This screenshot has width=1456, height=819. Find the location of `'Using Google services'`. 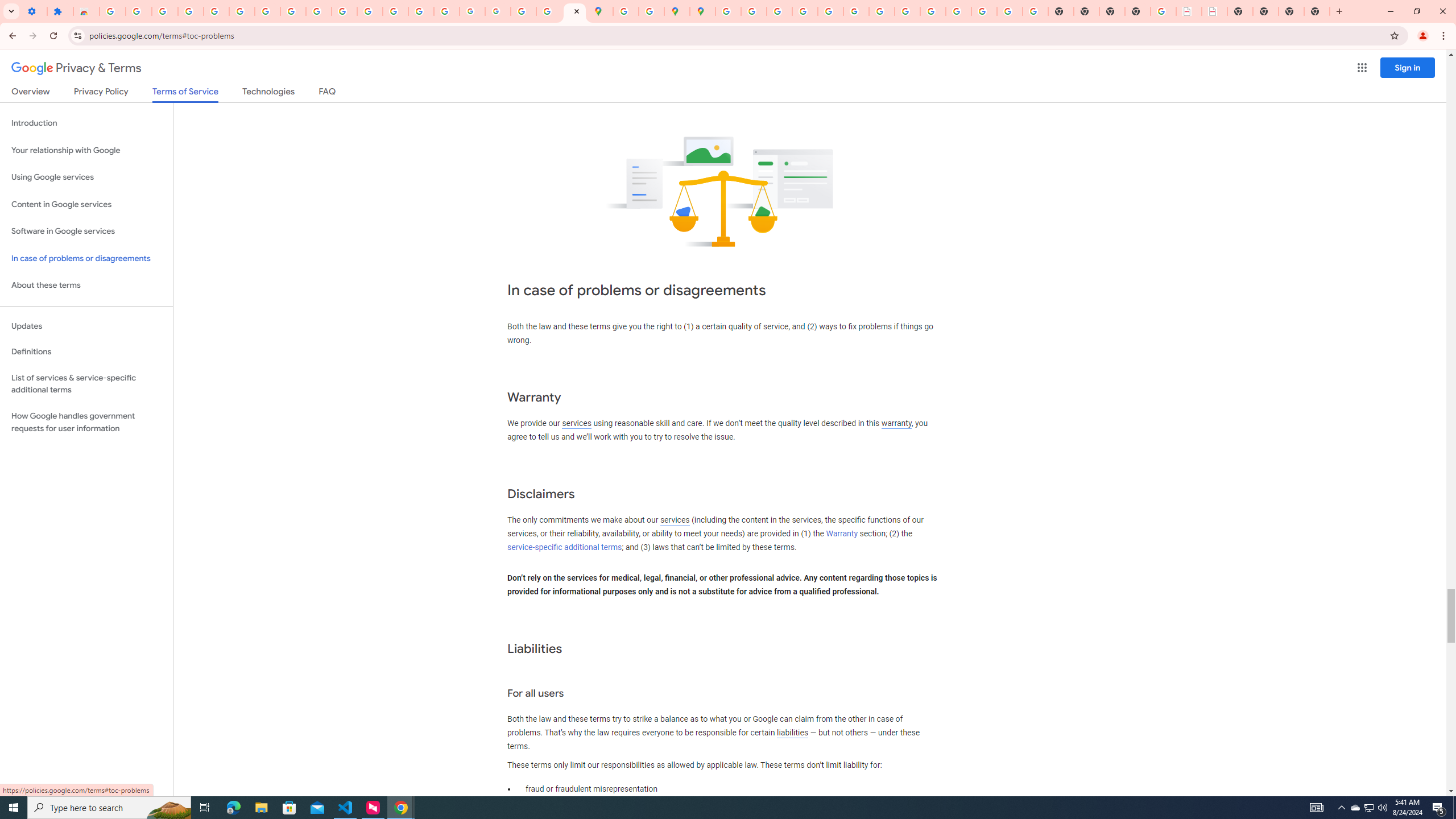

'Using Google services' is located at coordinates (86, 176).